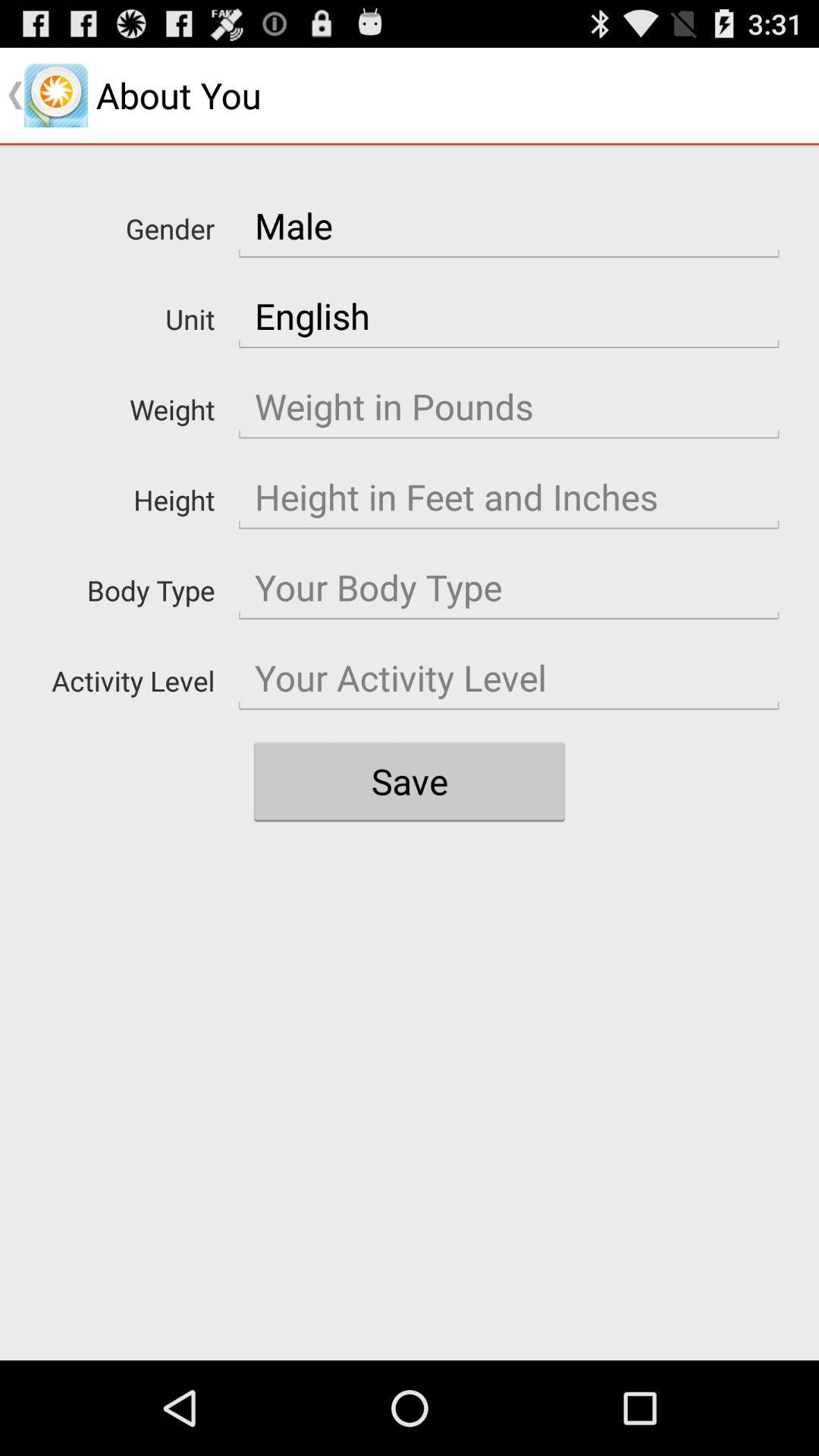 The image size is (819, 1456). What do you see at coordinates (509, 677) in the screenshot?
I see `write activity level` at bounding box center [509, 677].